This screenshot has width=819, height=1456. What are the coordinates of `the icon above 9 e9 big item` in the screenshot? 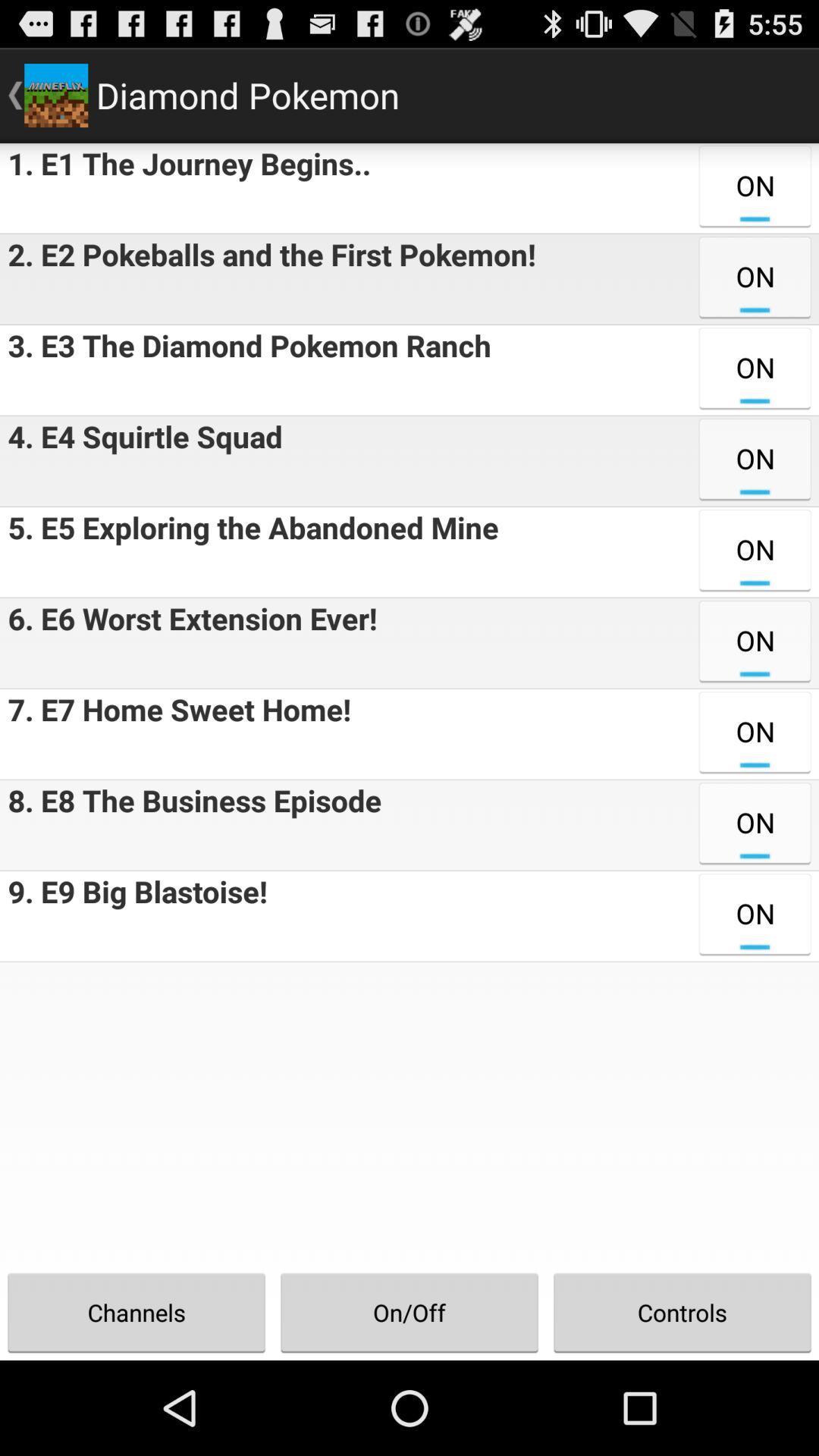 It's located at (190, 824).